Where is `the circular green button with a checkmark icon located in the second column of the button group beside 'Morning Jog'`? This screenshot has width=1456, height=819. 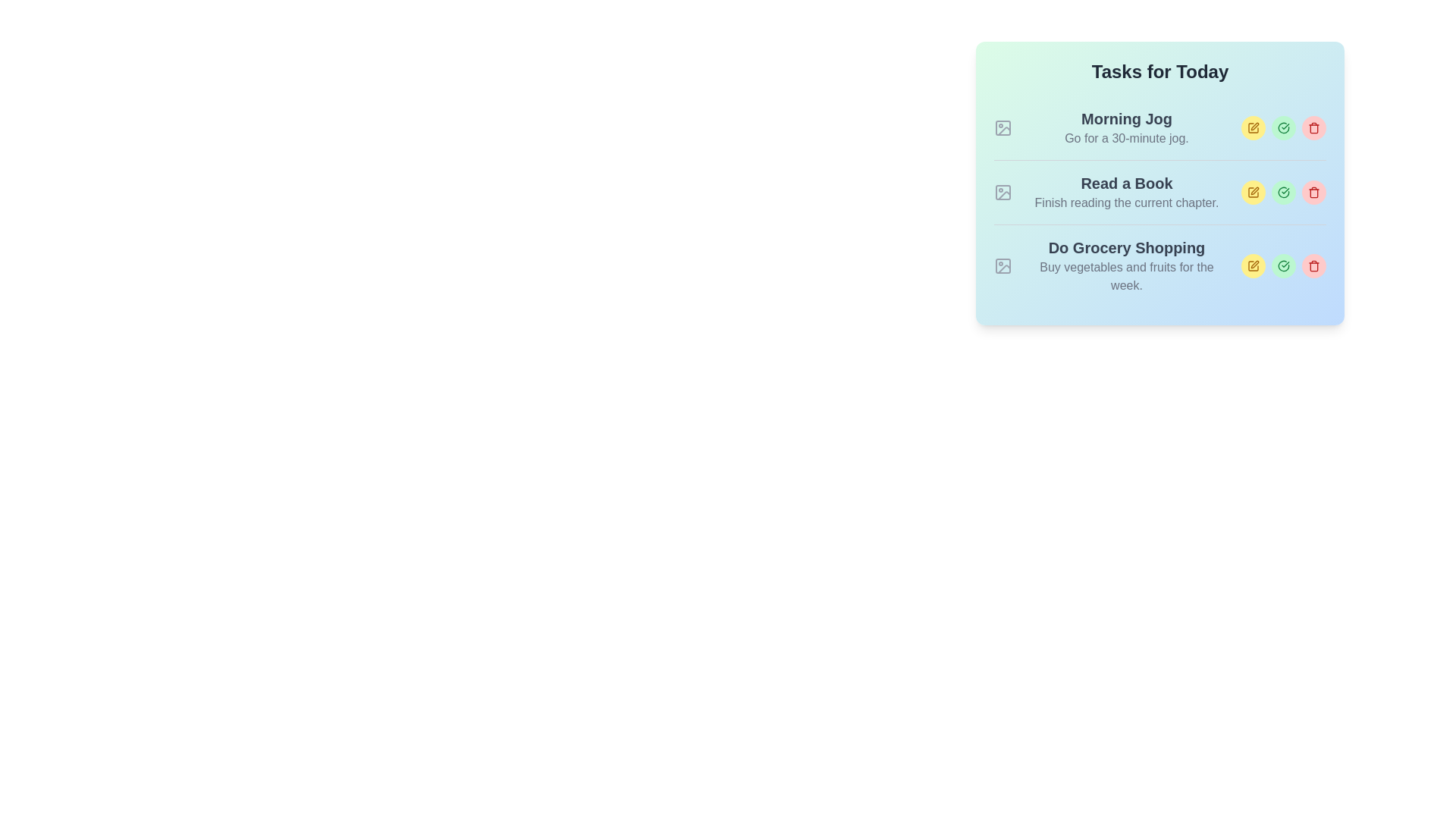 the circular green button with a checkmark icon located in the second column of the button group beside 'Morning Jog' is located at coordinates (1283, 127).